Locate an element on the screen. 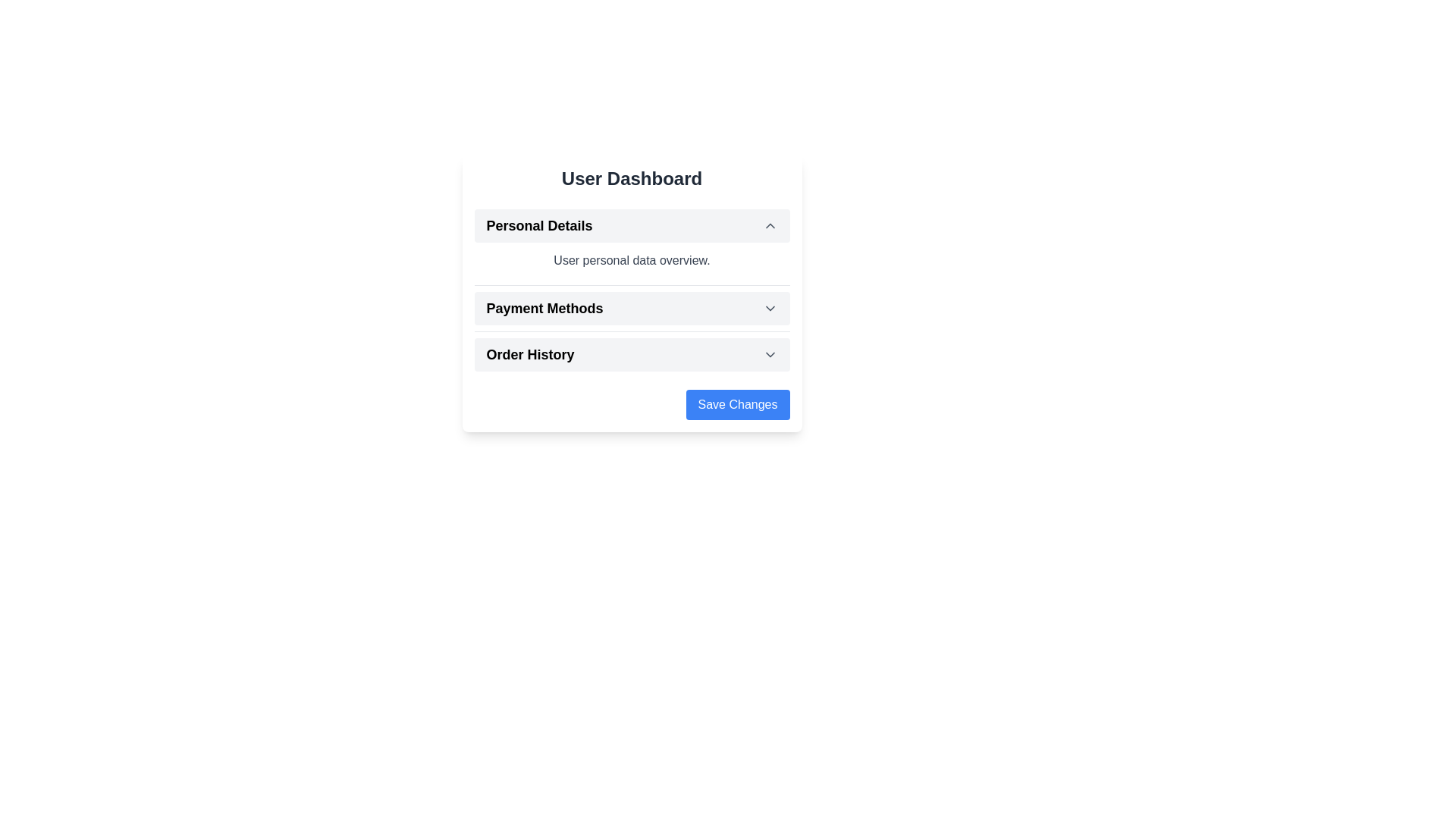 The image size is (1456, 819). the 'Personal Details' text label for accessibility purposes is located at coordinates (539, 225).